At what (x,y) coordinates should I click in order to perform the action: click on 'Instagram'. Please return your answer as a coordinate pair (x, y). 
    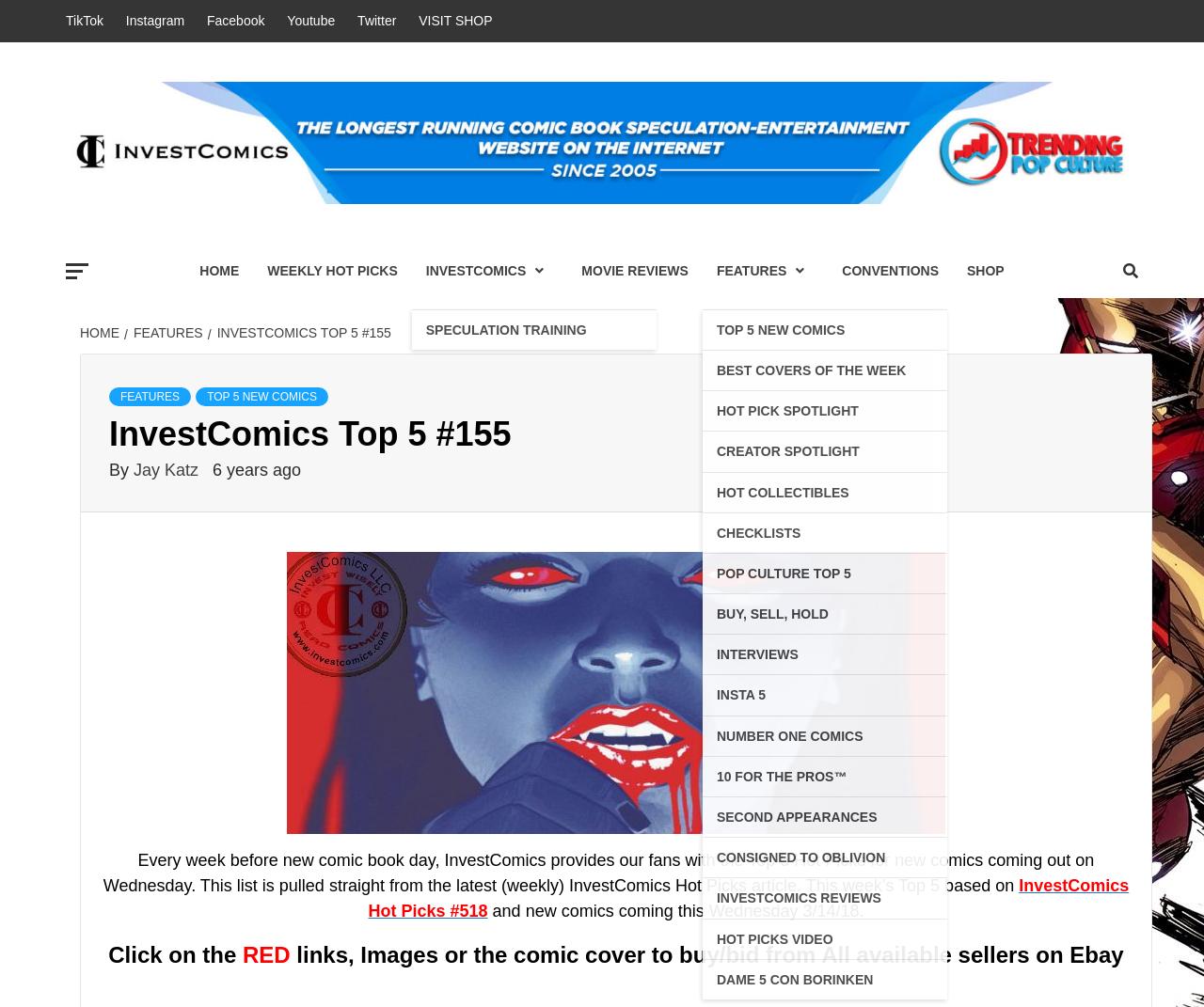
    Looking at the image, I should click on (154, 19).